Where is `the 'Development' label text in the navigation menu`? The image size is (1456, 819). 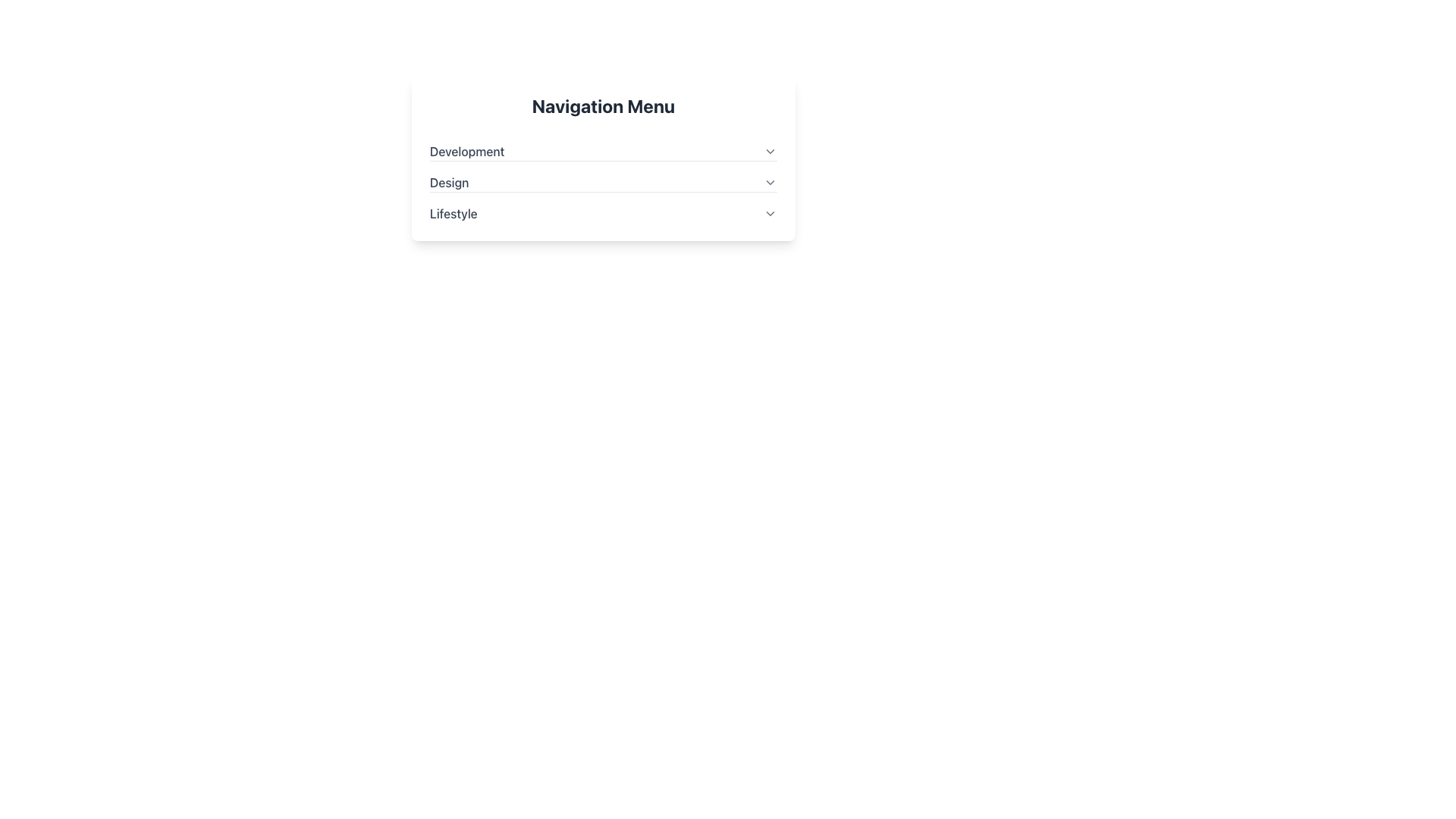
the 'Development' label text in the navigation menu is located at coordinates (466, 152).